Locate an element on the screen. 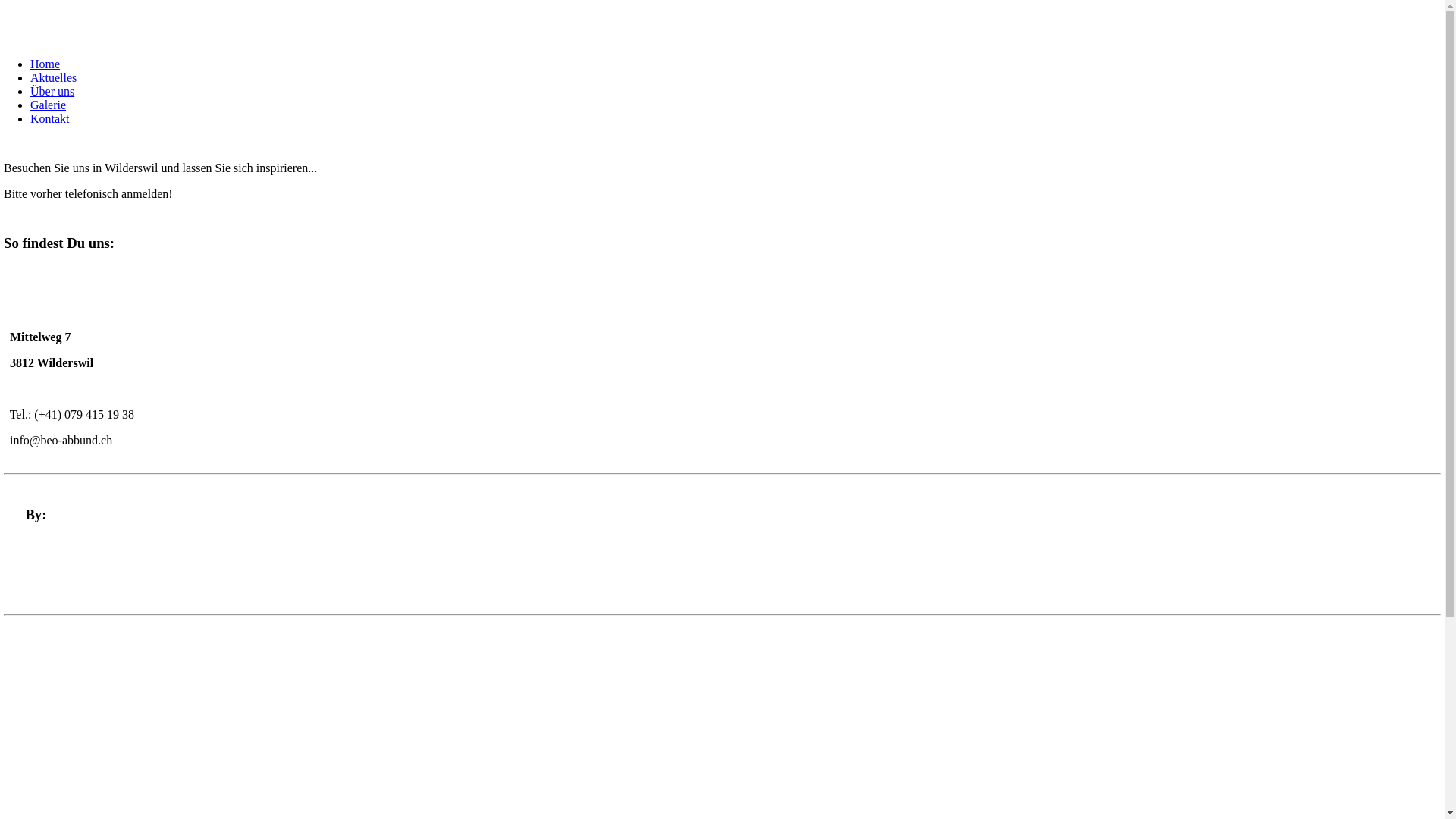 The width and height of the screenshot is (1456, 819). 'Kontakt' is located at coordinates (50, 118).